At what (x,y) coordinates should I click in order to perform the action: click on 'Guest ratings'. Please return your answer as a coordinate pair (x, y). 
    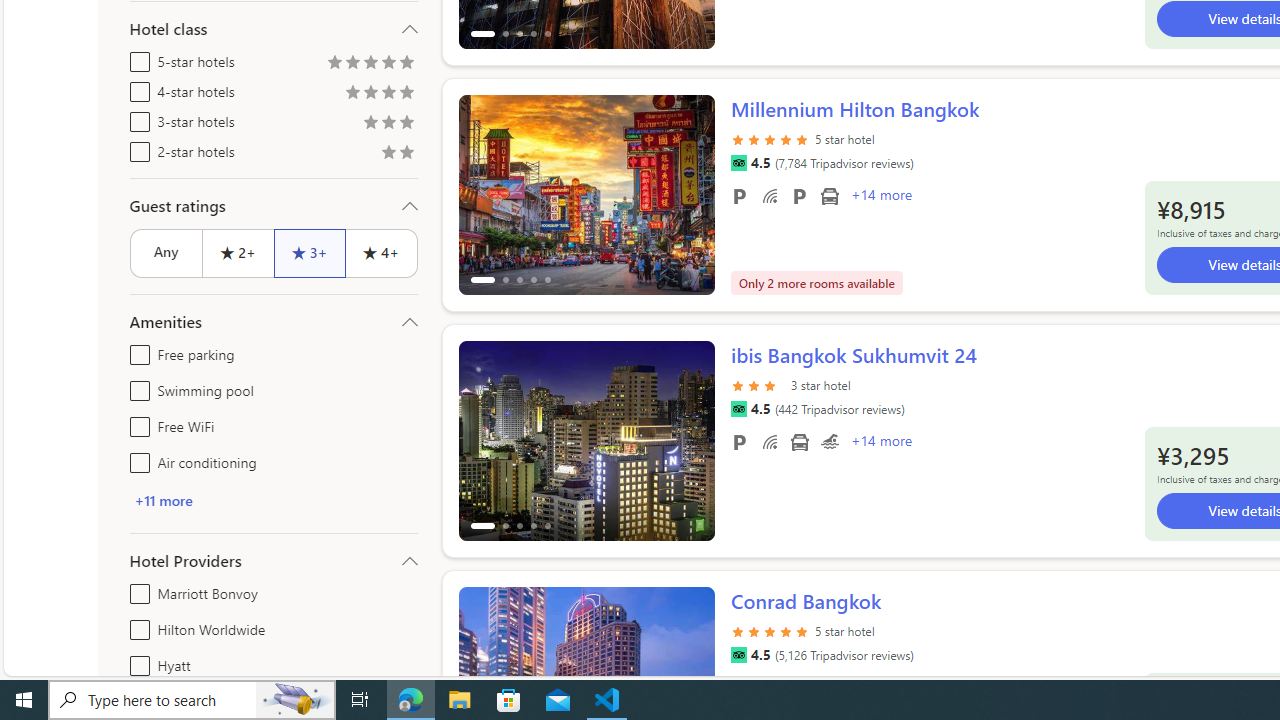
    Looking at the image, I should click on (272, 205).